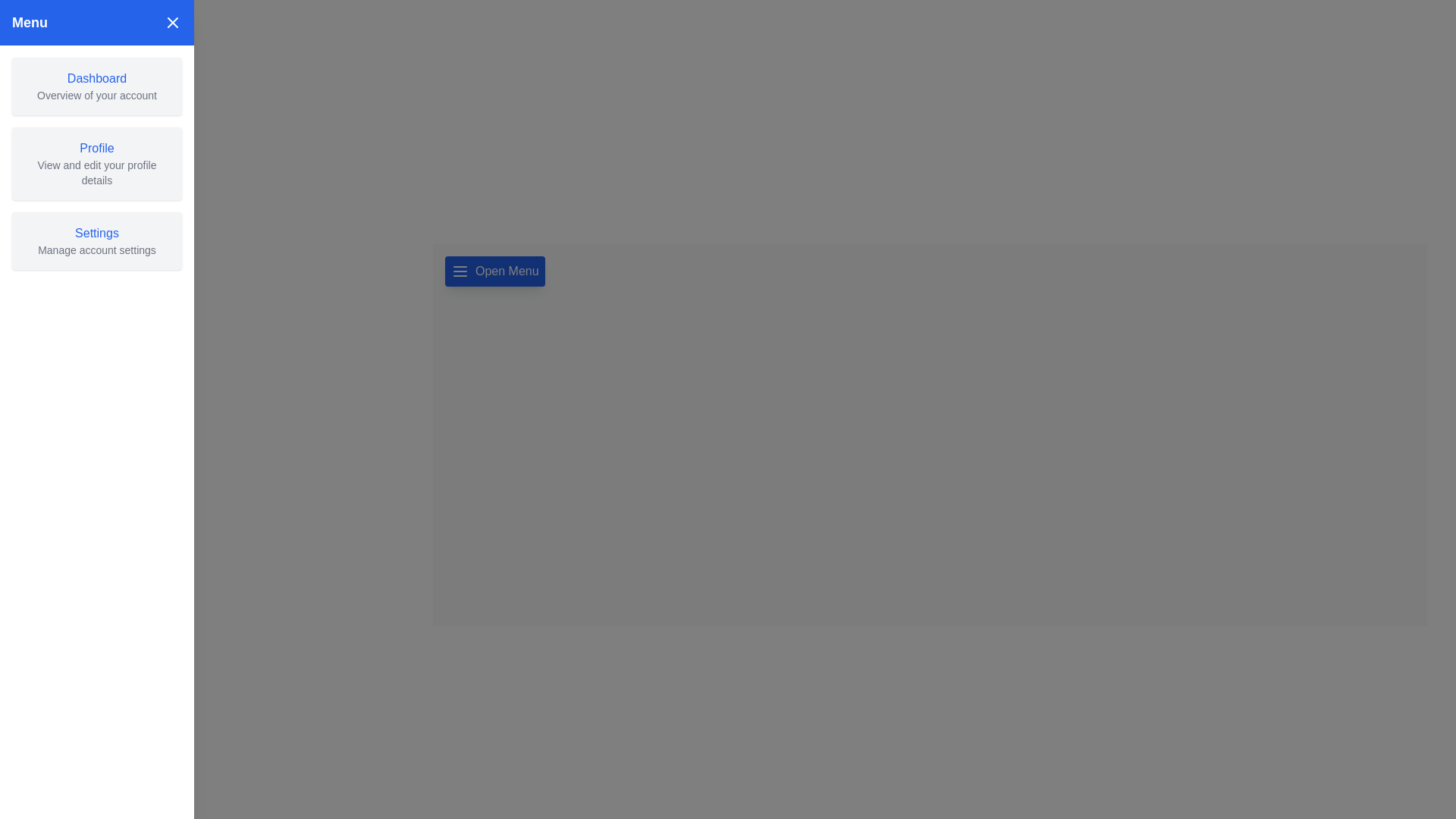 The width and height of the screenshot is (1456, 819). What do you see at coordinates (96, 249) in the screenshot?
I see `the static text label providing additional descriptive information about the 'Settings' menu item, which is positioned directly below the 'Settings' text in the menu list` at bounding box center [96, 249].